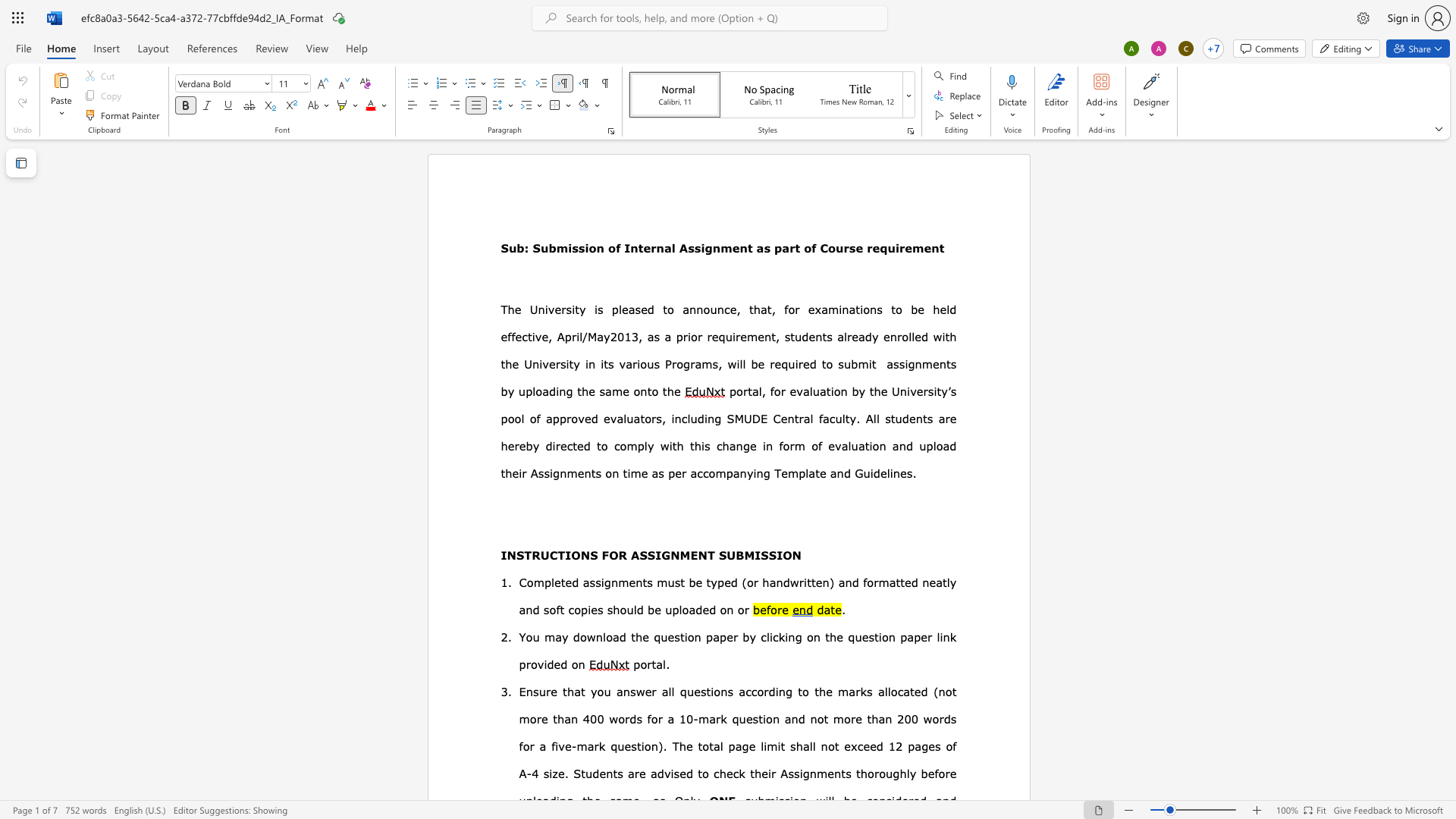 Image resolution: width=1456 pixels, height=819 pixels. I want to click on the space between the continuous character "e" and "d" in the text, so click(648, 309).